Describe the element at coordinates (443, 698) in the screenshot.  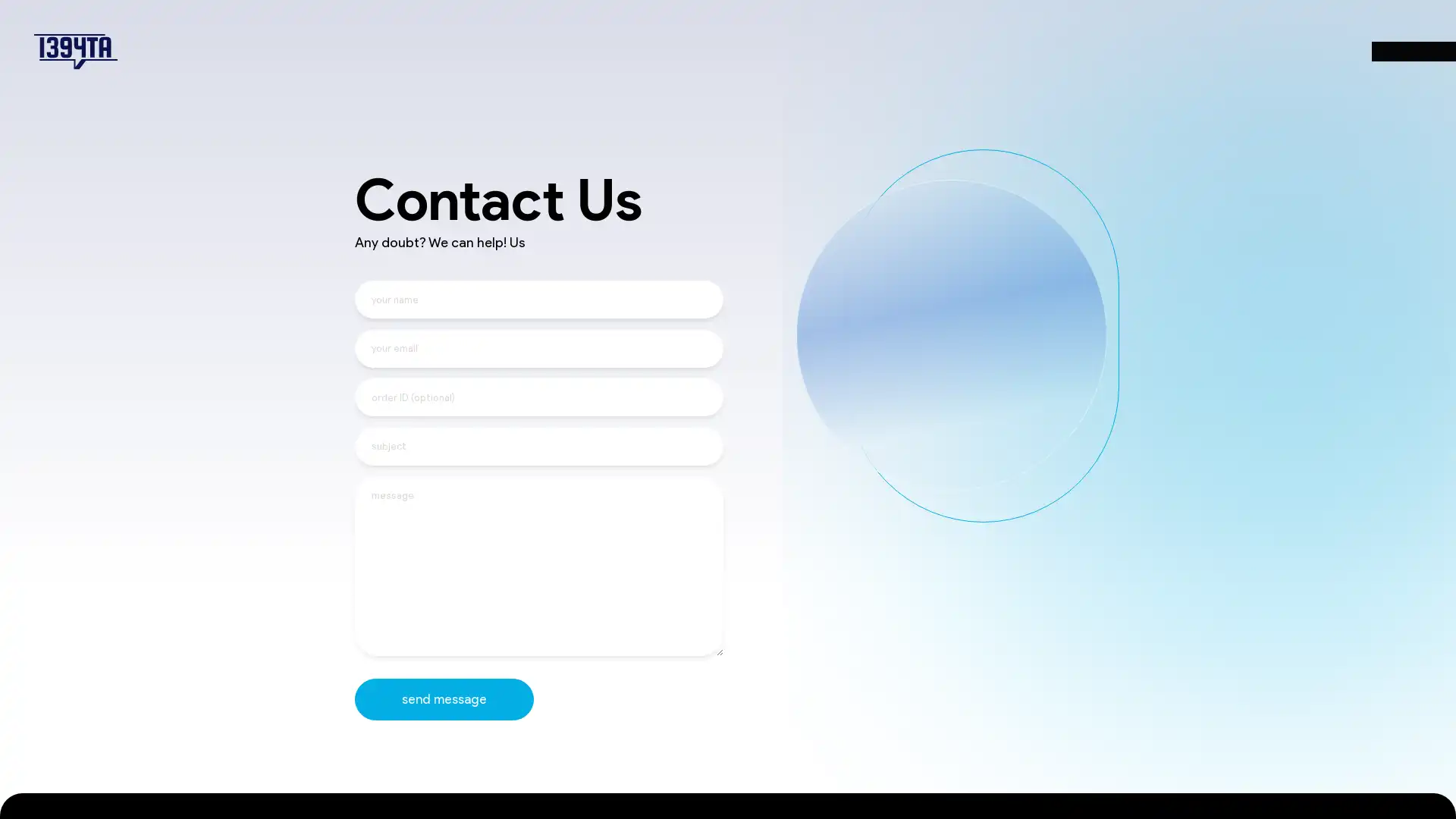
I see `send message` at that location.